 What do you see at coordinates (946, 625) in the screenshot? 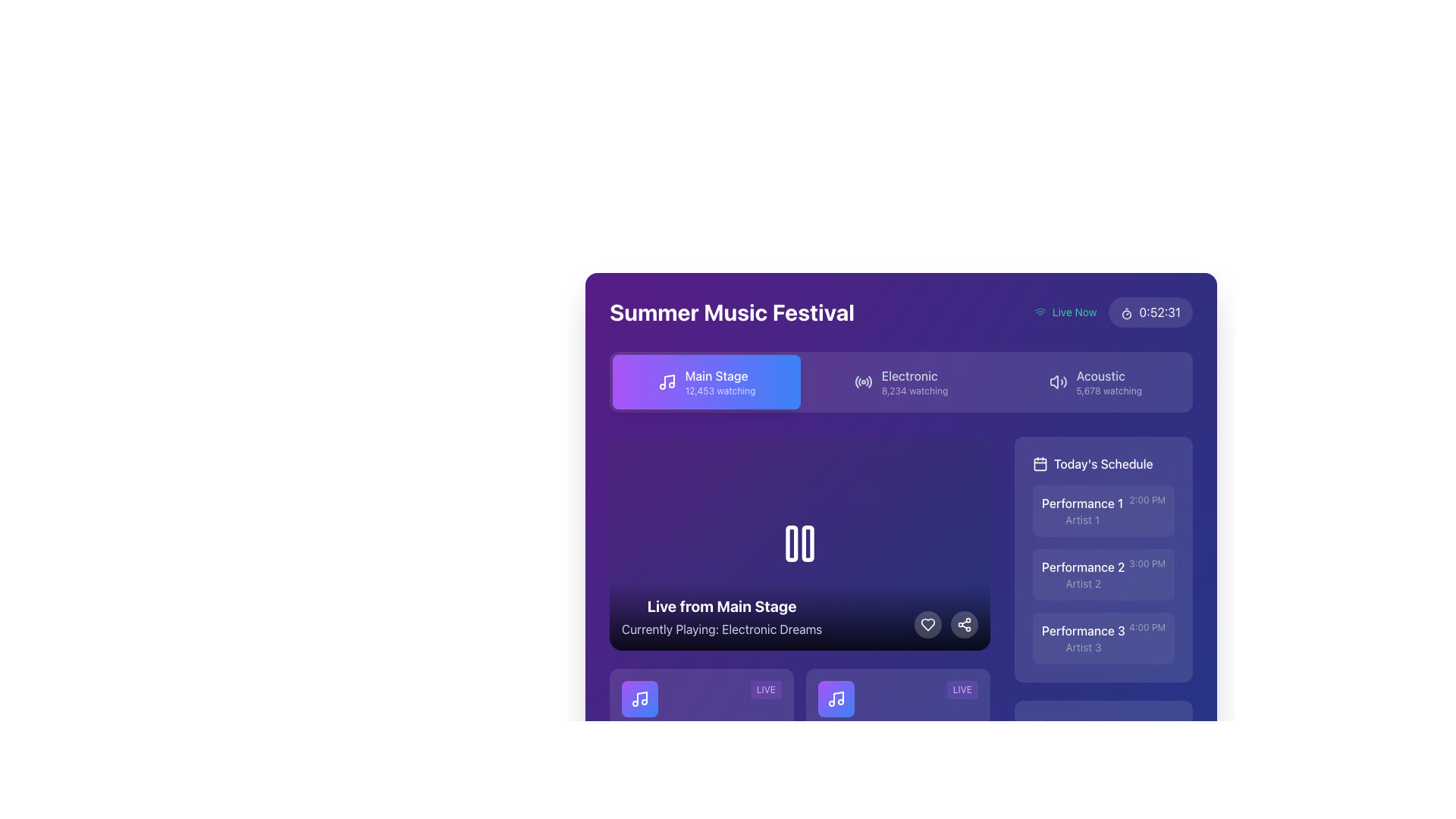
I see `the share icon in the grouping of circular buttons located at the bottom-right side of the 'Live from Main Stage' section, adjacent to the text 'Currently Playing: Electronic Dreams'` at bounding box center [946, 625].